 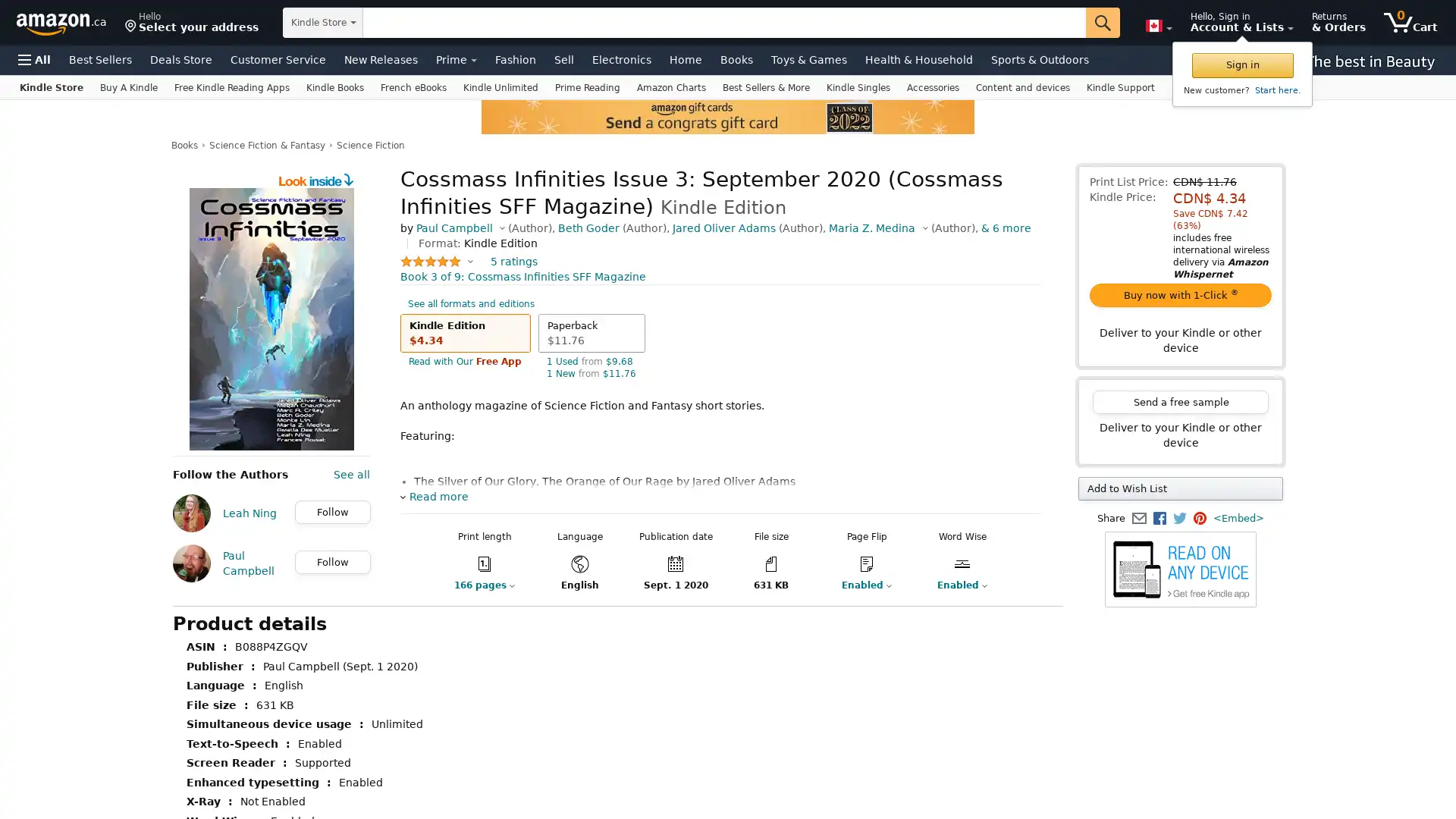 What do you see at coordinates (1056, 584) in the screenshot?
I see `Enabled` at bounding box center [1056, 584].